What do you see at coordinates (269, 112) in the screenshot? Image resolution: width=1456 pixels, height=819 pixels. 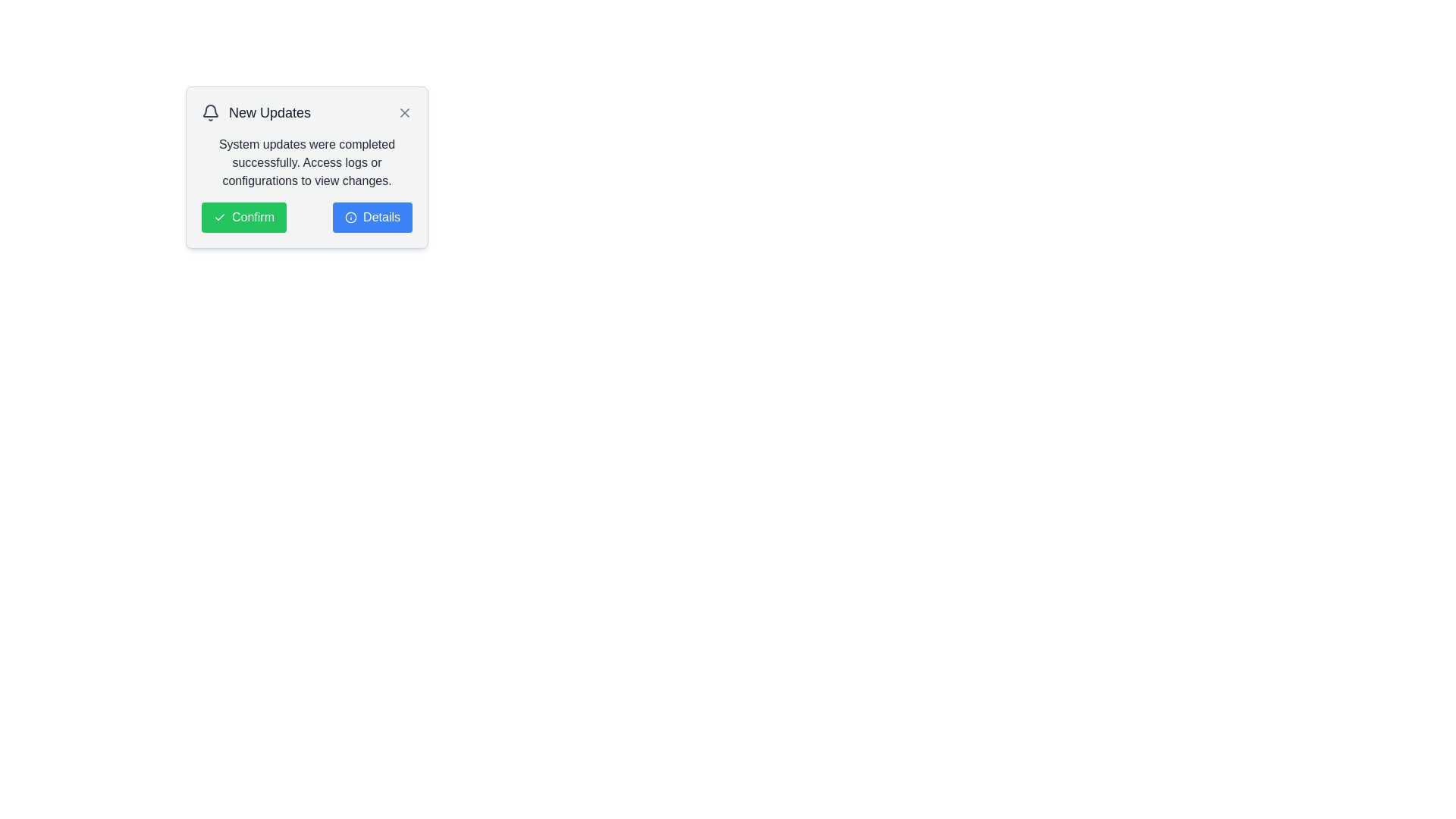 I see `the 'New Updates' text label, which is styled with a medium font weight and gray color, positioned next to a bell icon in the modal window` at bounding box center [269, 112].